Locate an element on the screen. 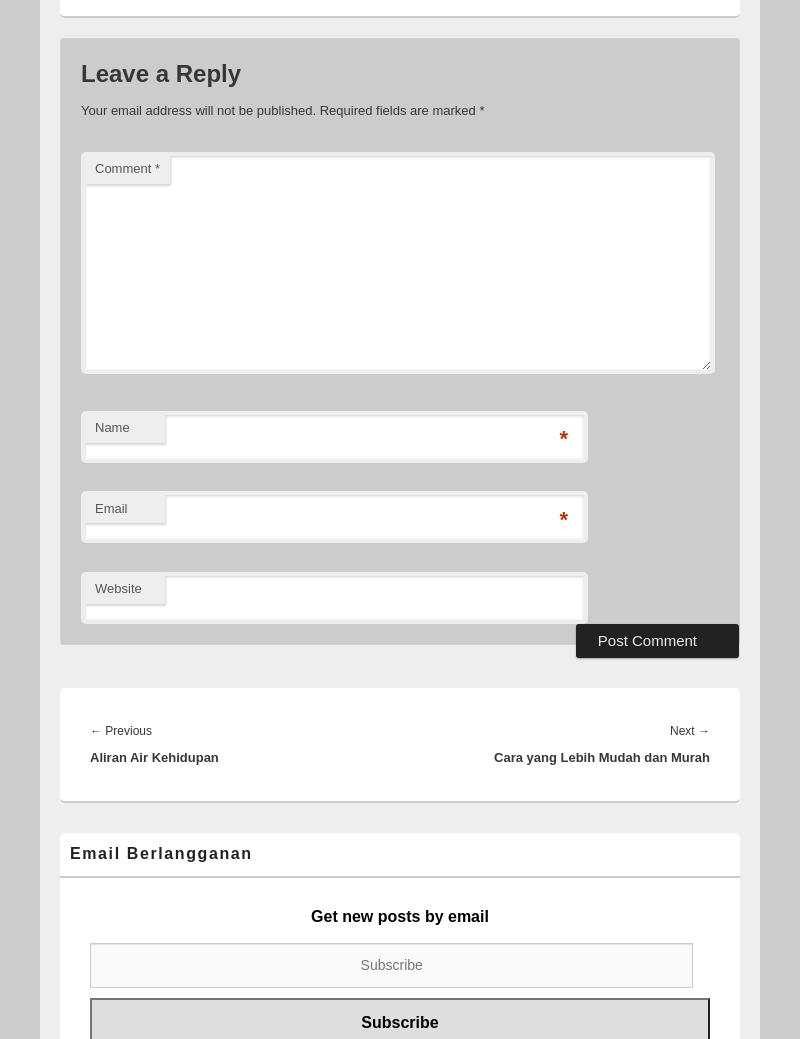  'Email Berlangganan' is located at coordinates (160, 852).